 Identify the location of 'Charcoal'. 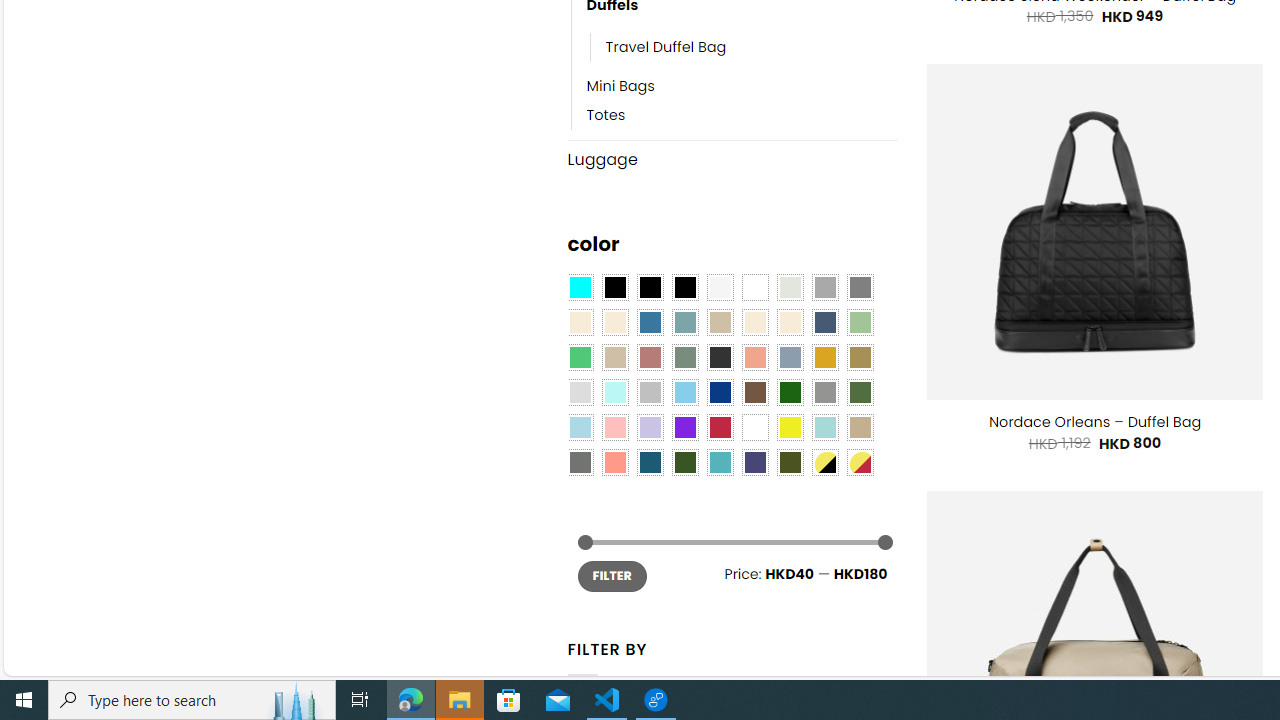
(720, 356).